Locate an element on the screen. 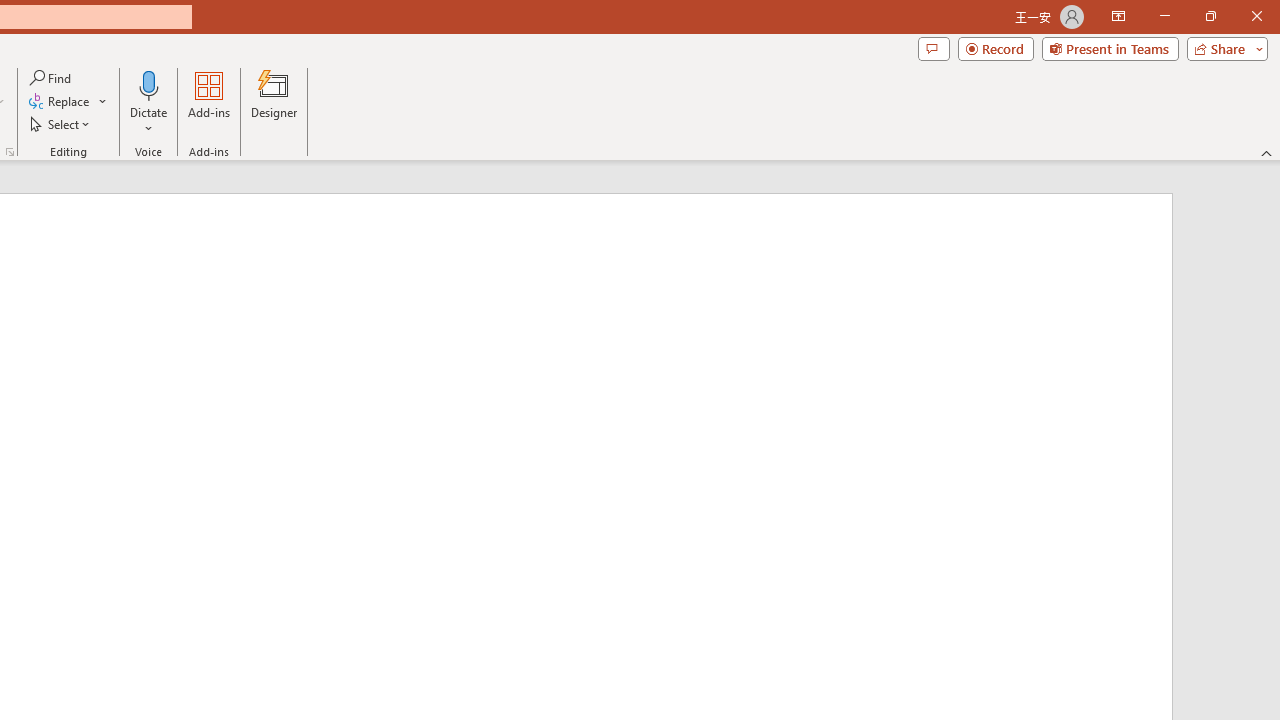  'Replace...' is located at coordinates (69, 101).